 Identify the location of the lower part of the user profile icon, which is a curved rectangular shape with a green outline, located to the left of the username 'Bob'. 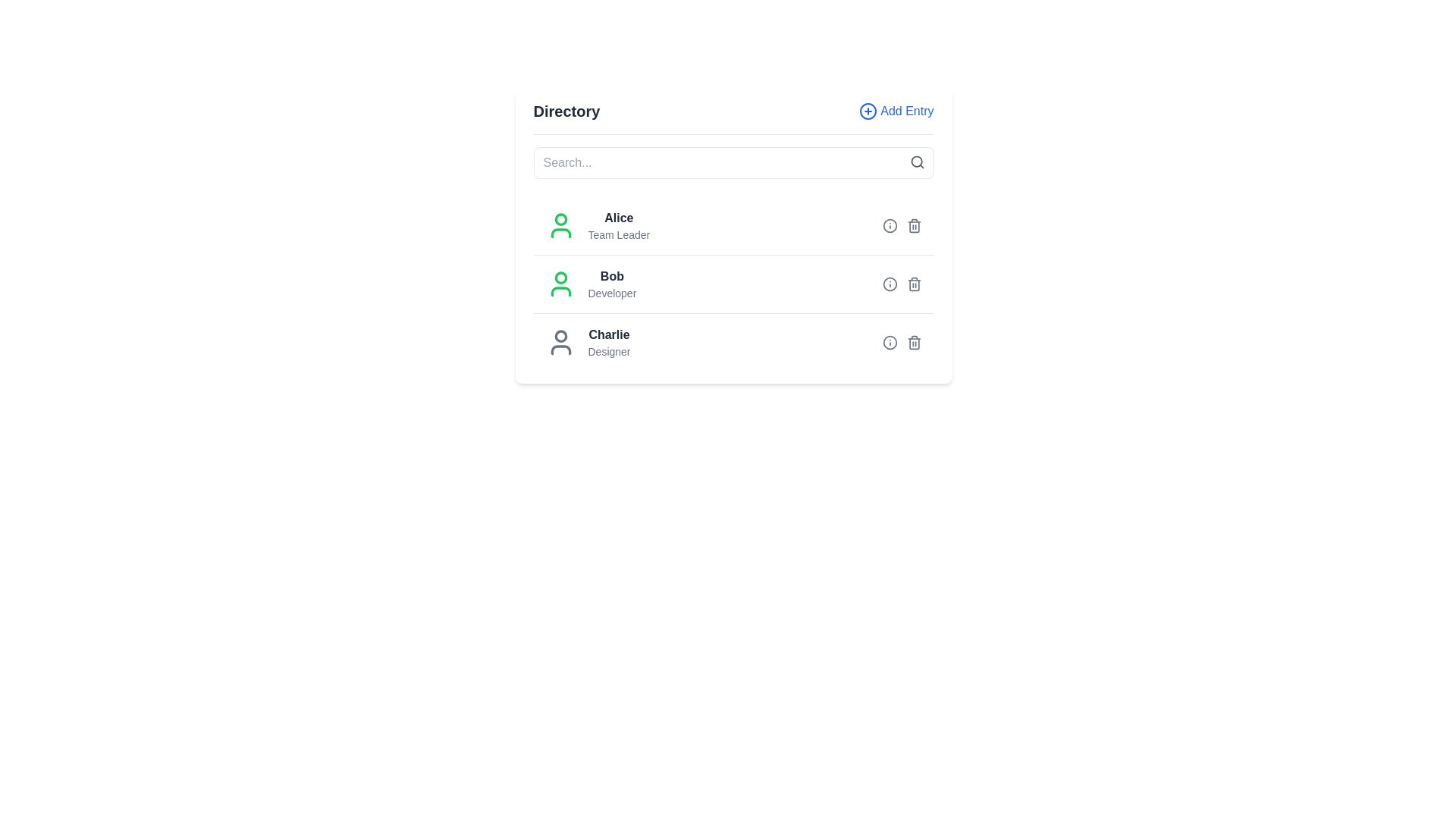
(560, 292).